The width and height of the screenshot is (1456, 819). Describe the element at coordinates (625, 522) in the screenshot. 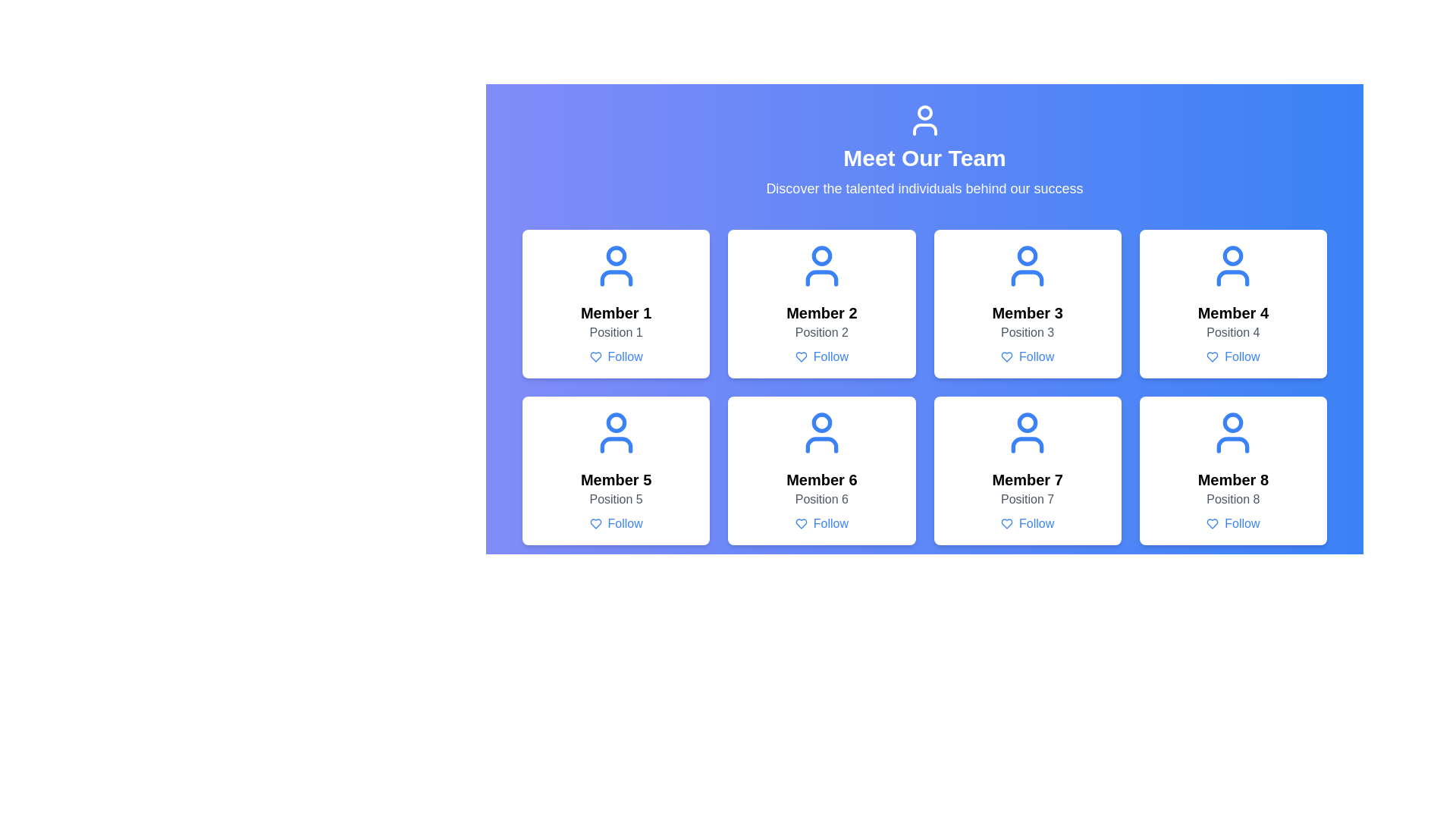

I see `text element labeled 'Follow' located below the name and position of 'Member 5', beside a heart icon` at that location.